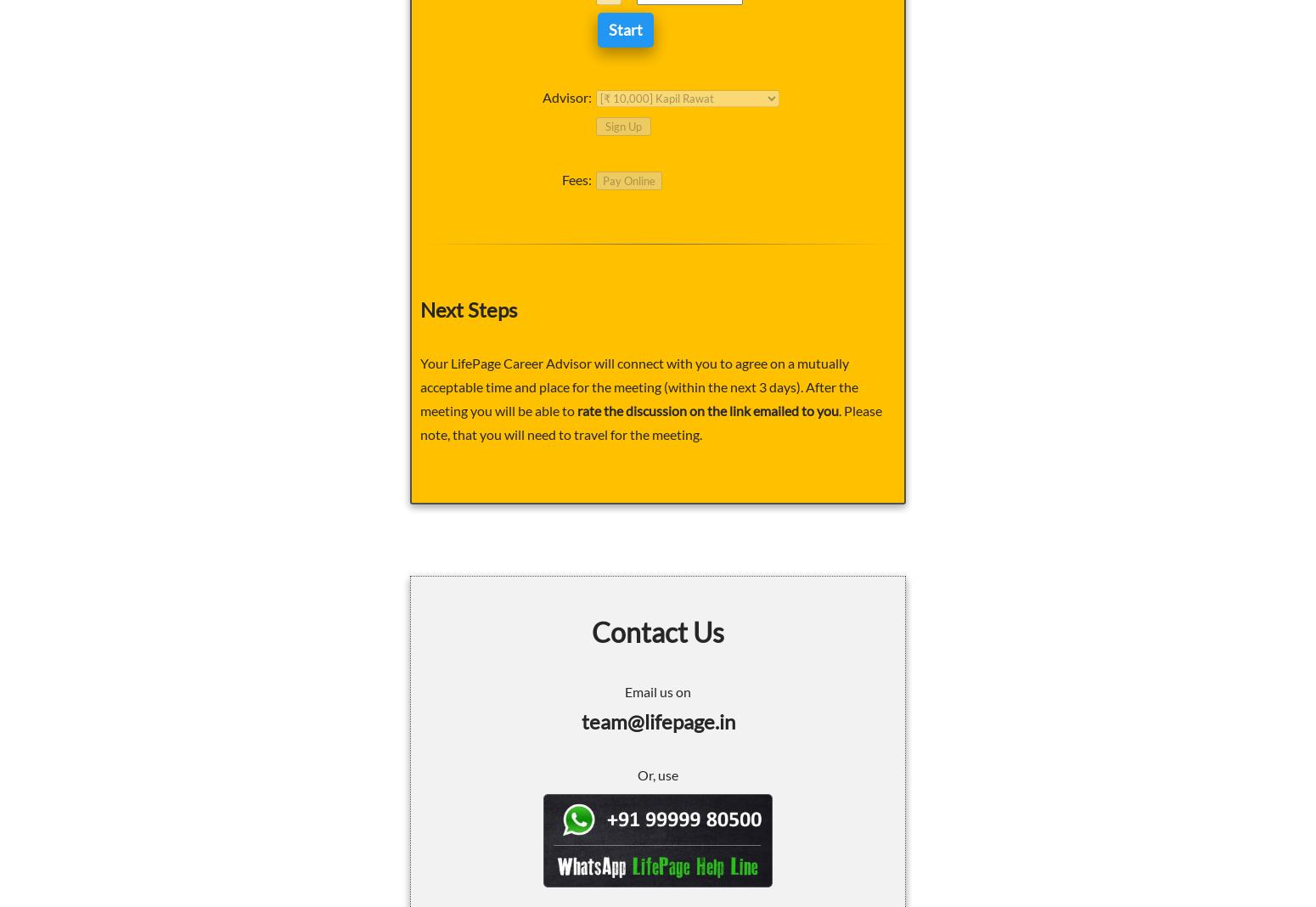 The width and height of the screenshot is (1316, 907). Describe the element at coordinates (637, 773) in the screenshot. I see `'Or, use'` at that location.